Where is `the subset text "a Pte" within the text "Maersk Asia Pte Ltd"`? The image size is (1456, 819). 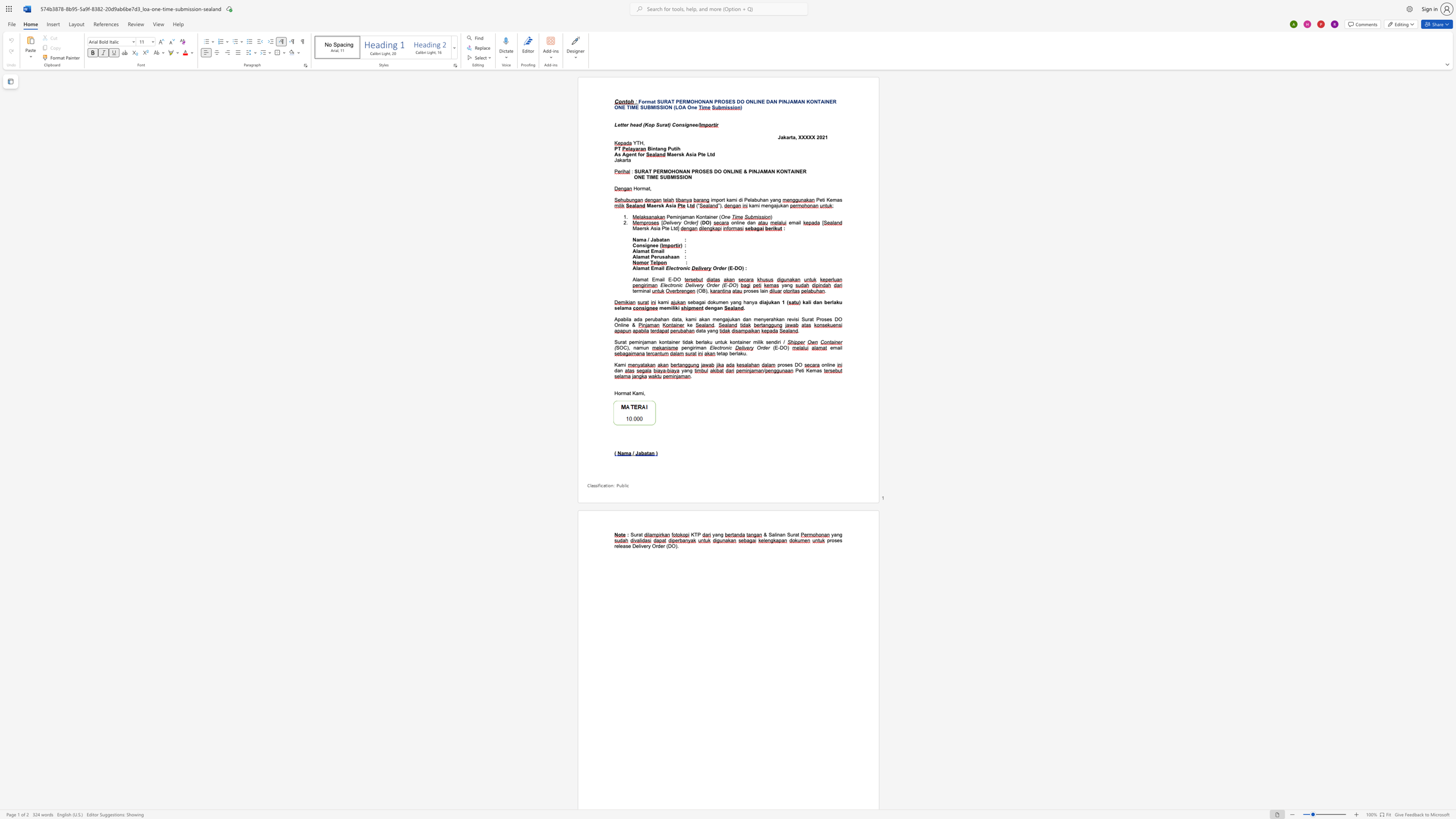 the subset text "a Pte" within the text "Maersk Asia Pte Ltd" is located at coordinates (694, 154).